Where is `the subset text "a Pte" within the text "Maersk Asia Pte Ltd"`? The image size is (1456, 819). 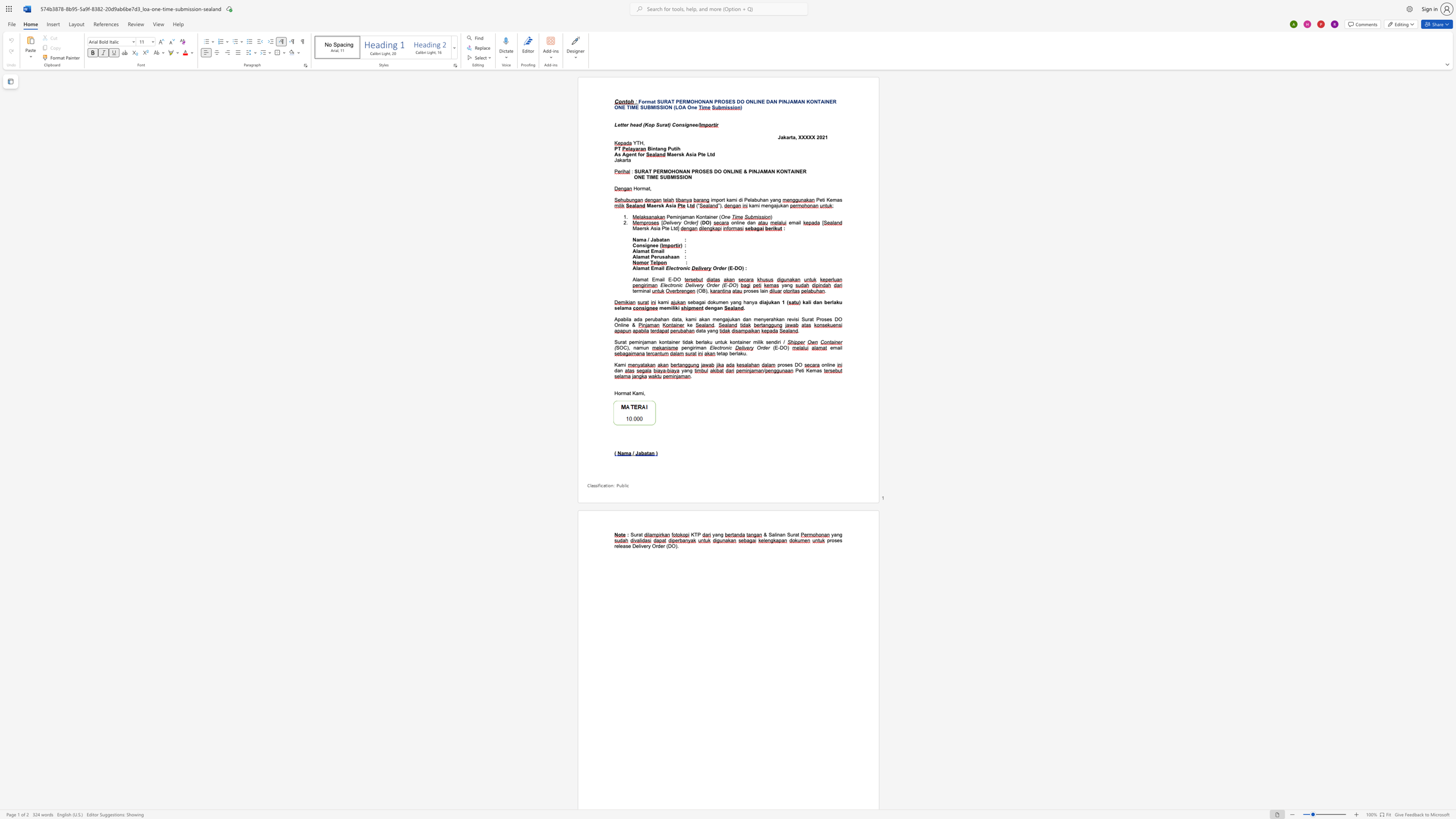 the subset text "a Pte" within the text "Maersk Asia Pte Ltd" is located at coordinates (694, 154).